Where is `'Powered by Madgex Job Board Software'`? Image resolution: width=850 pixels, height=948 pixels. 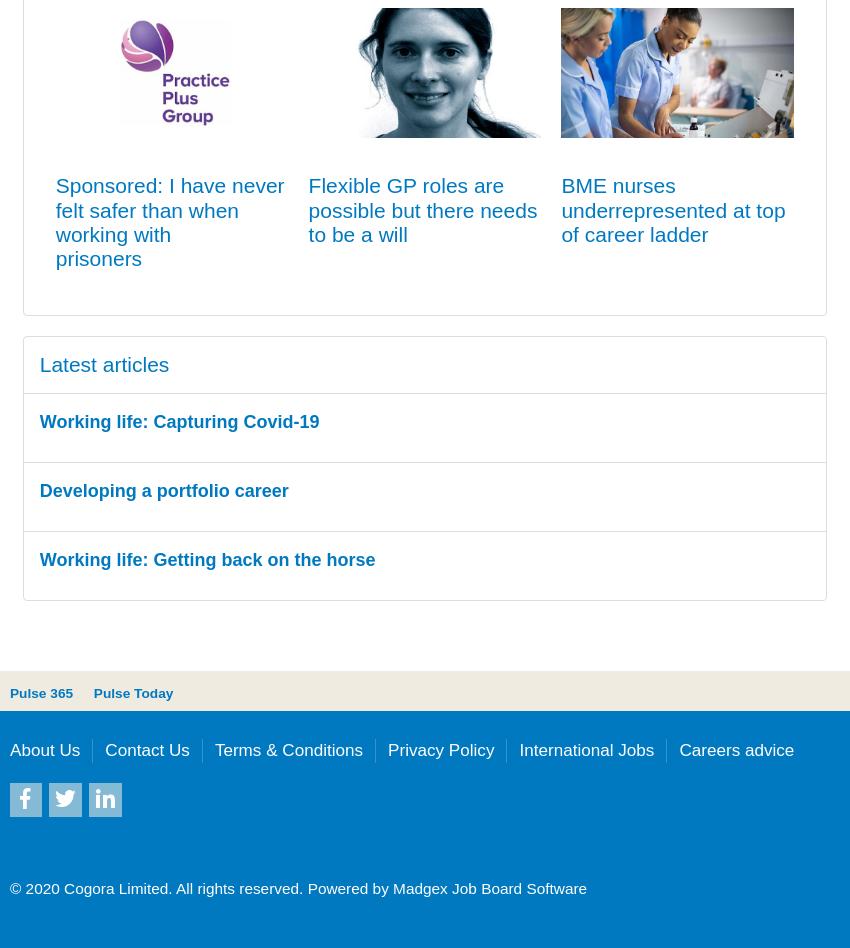 'Powered by Madgex Job Board Software' is located at coordinates (303, 886).